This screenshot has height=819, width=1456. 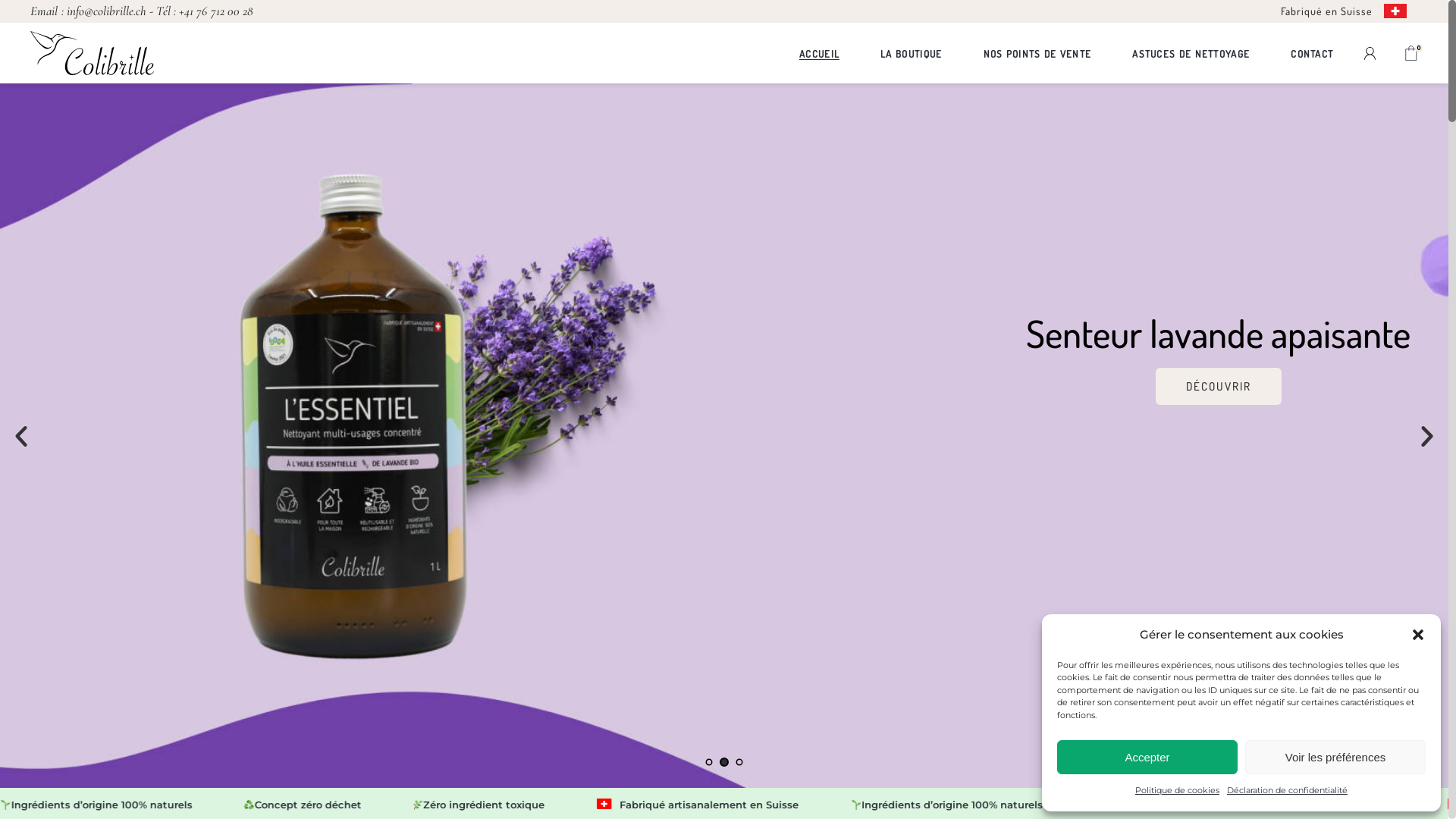 I want to click on 'NOS POINTS DE VENTE', so click(x=1036, y=52).